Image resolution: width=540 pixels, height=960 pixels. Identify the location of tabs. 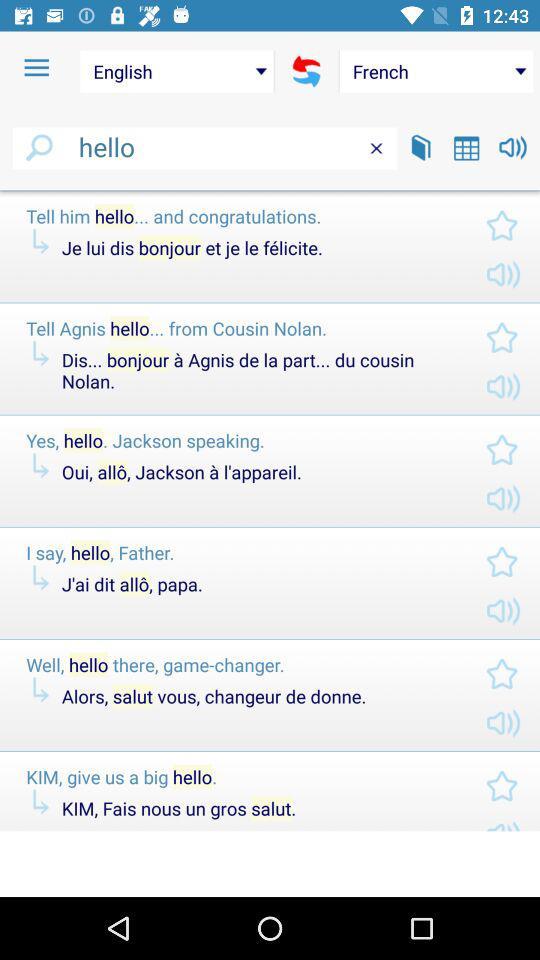
(466, 147).